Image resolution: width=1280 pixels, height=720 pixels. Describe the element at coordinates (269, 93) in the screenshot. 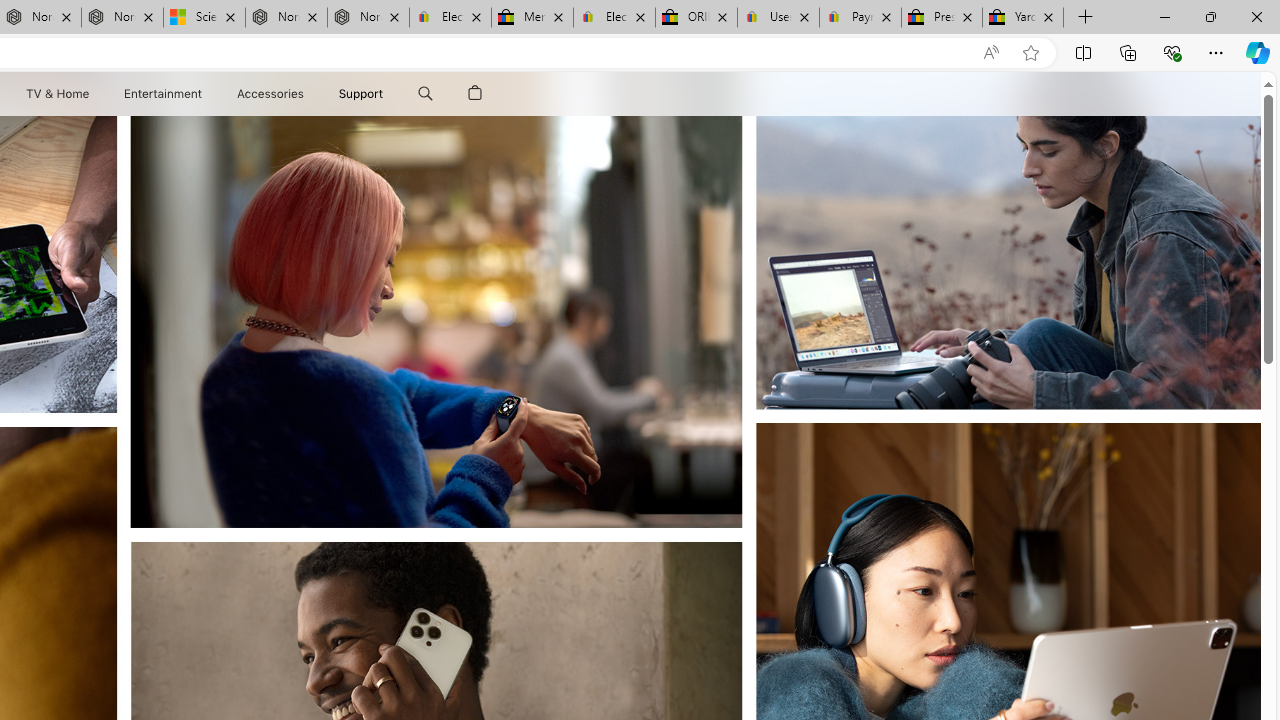

I see `'Accessories'` at that location.